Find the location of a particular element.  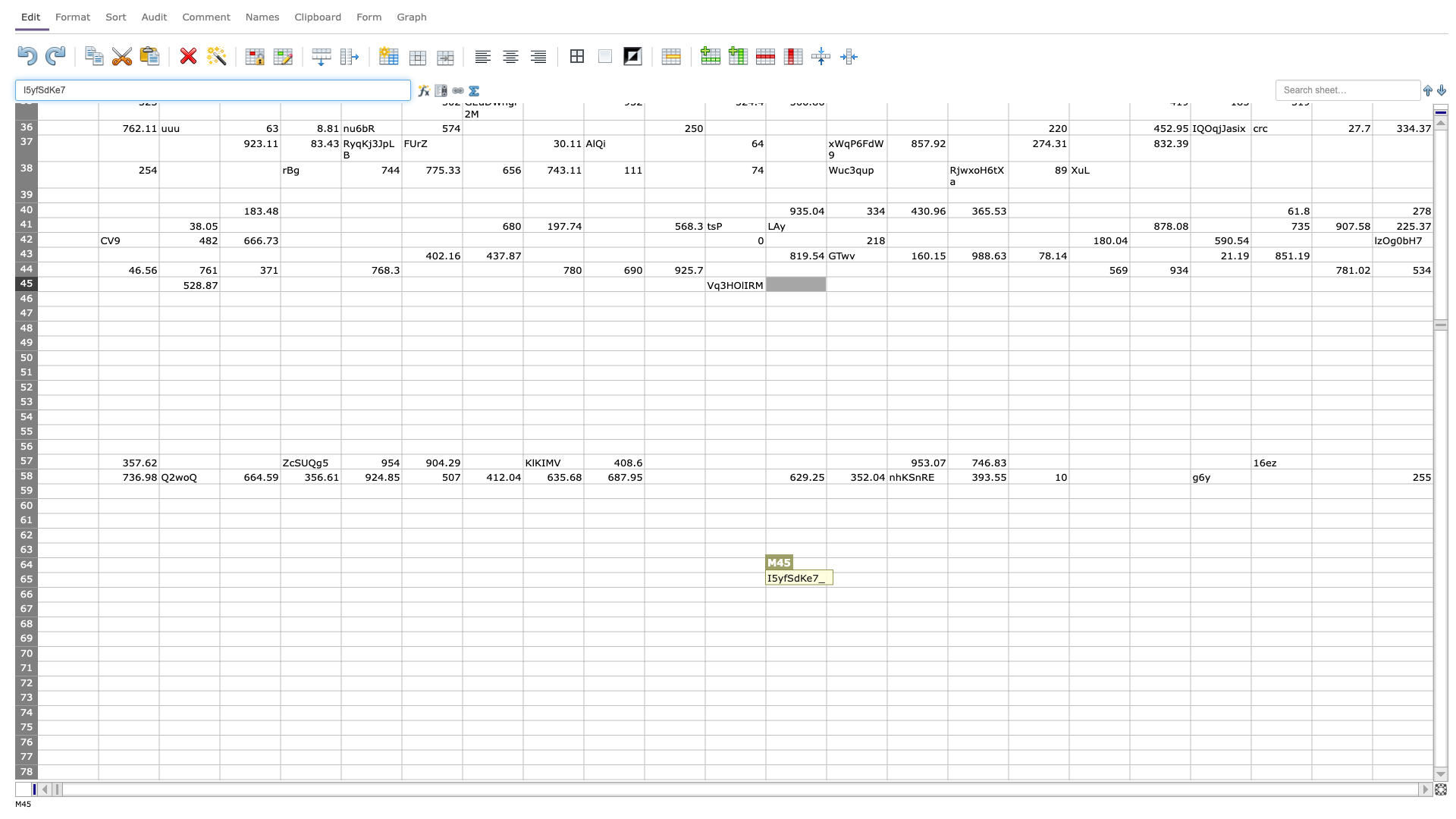

Bottom right corner of N-65 is located at coordinates (887, 586).